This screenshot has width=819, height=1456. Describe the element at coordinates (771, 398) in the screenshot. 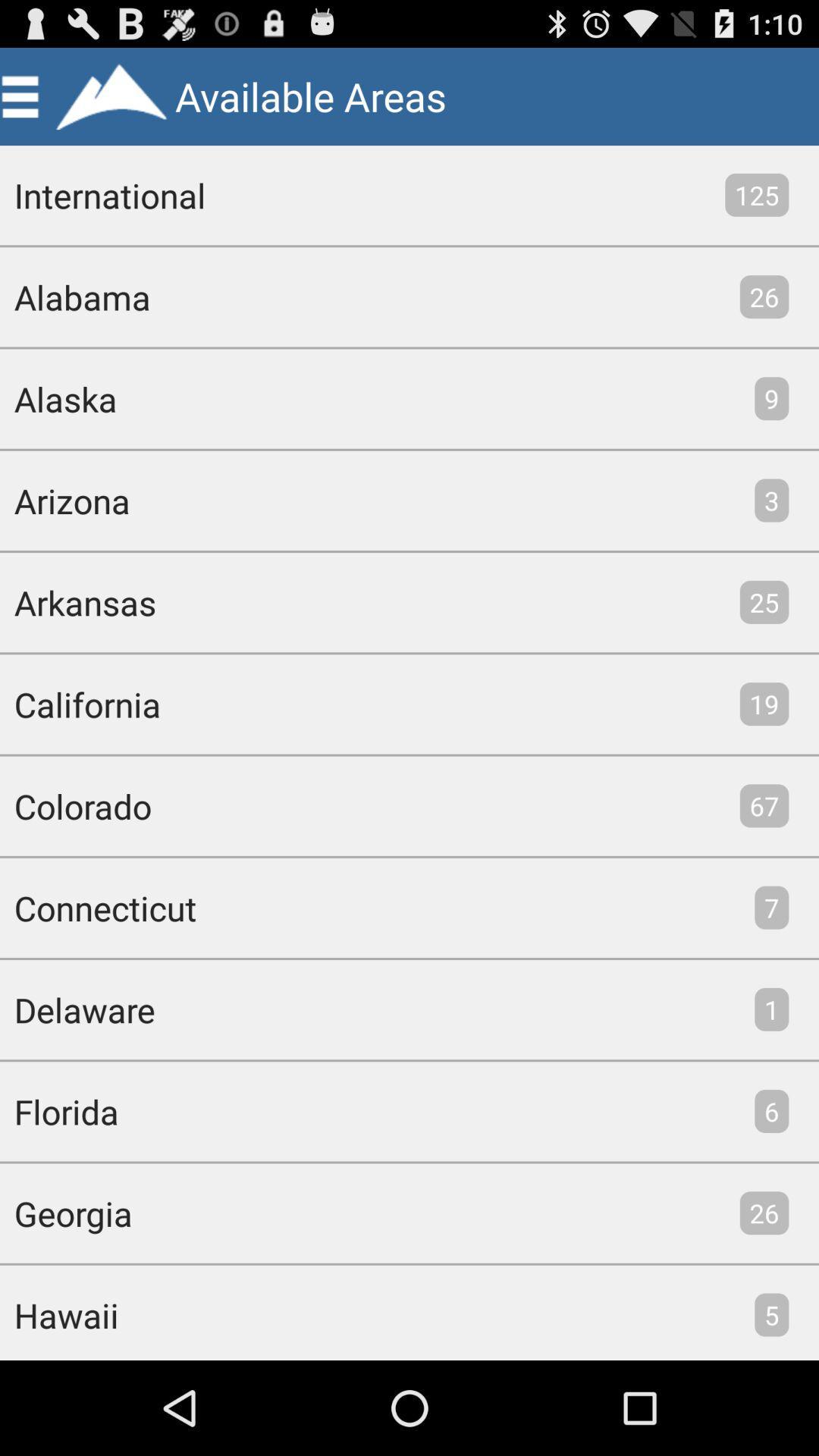

I see `the 9 icon` at that location.